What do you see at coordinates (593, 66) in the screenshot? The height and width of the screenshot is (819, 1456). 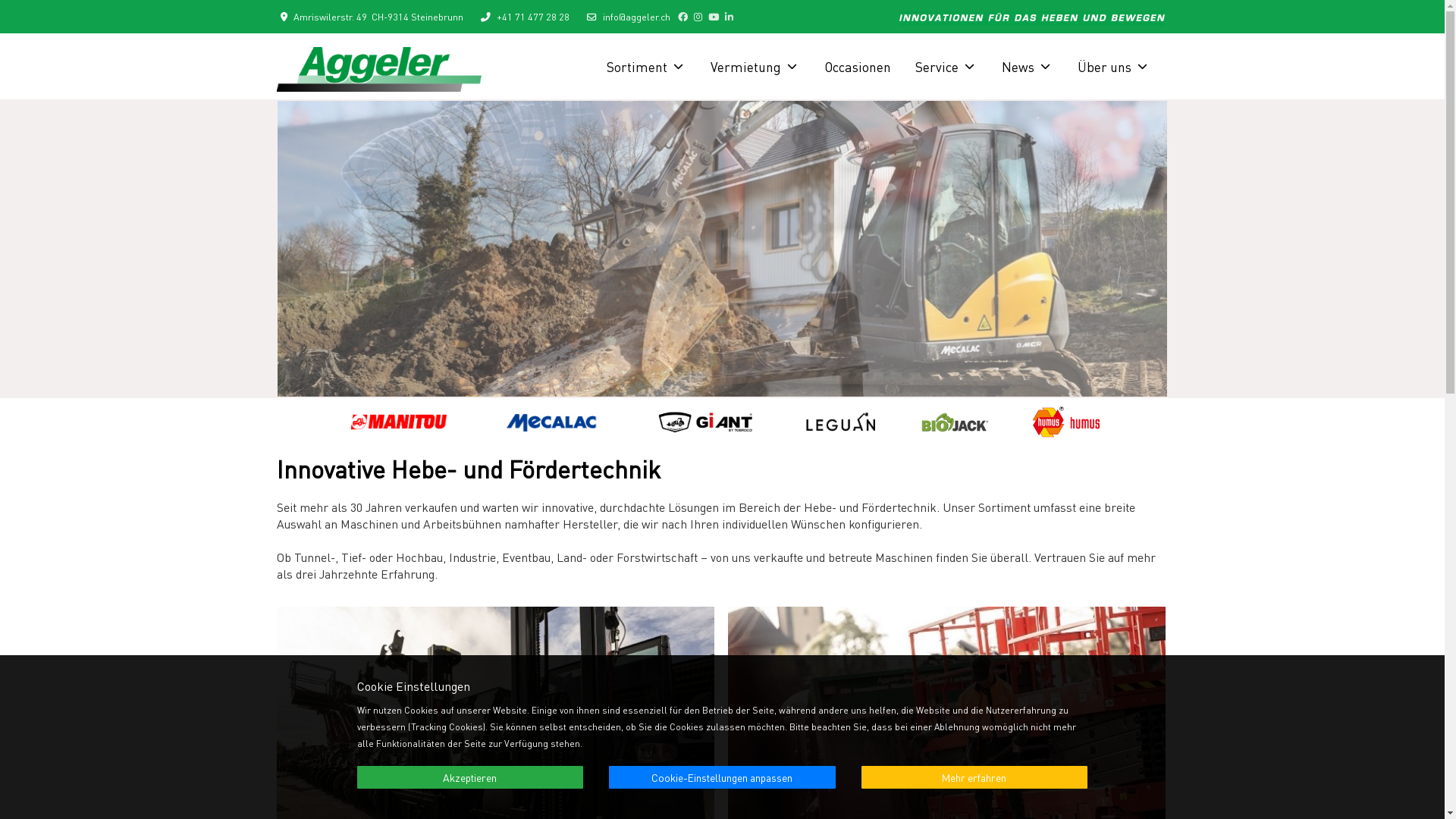 I see `'Sortiment'` at bounding box center [593, 66].